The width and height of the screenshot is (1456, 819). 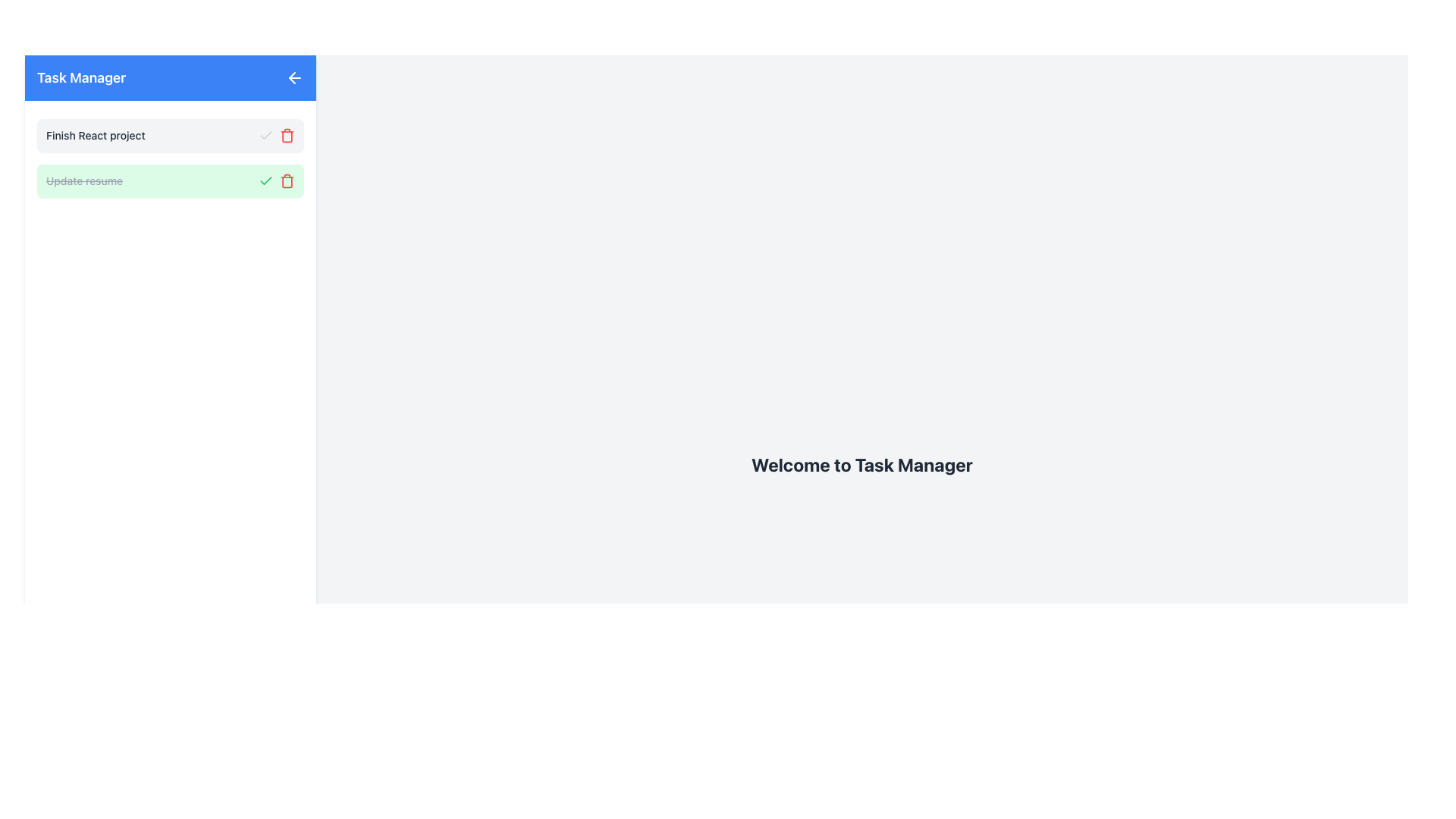 I want to click on the trash icon component, which resembles a trash bin with a rectangular body and curved lid, located to the right of a task item, so click(x=287, y=136).